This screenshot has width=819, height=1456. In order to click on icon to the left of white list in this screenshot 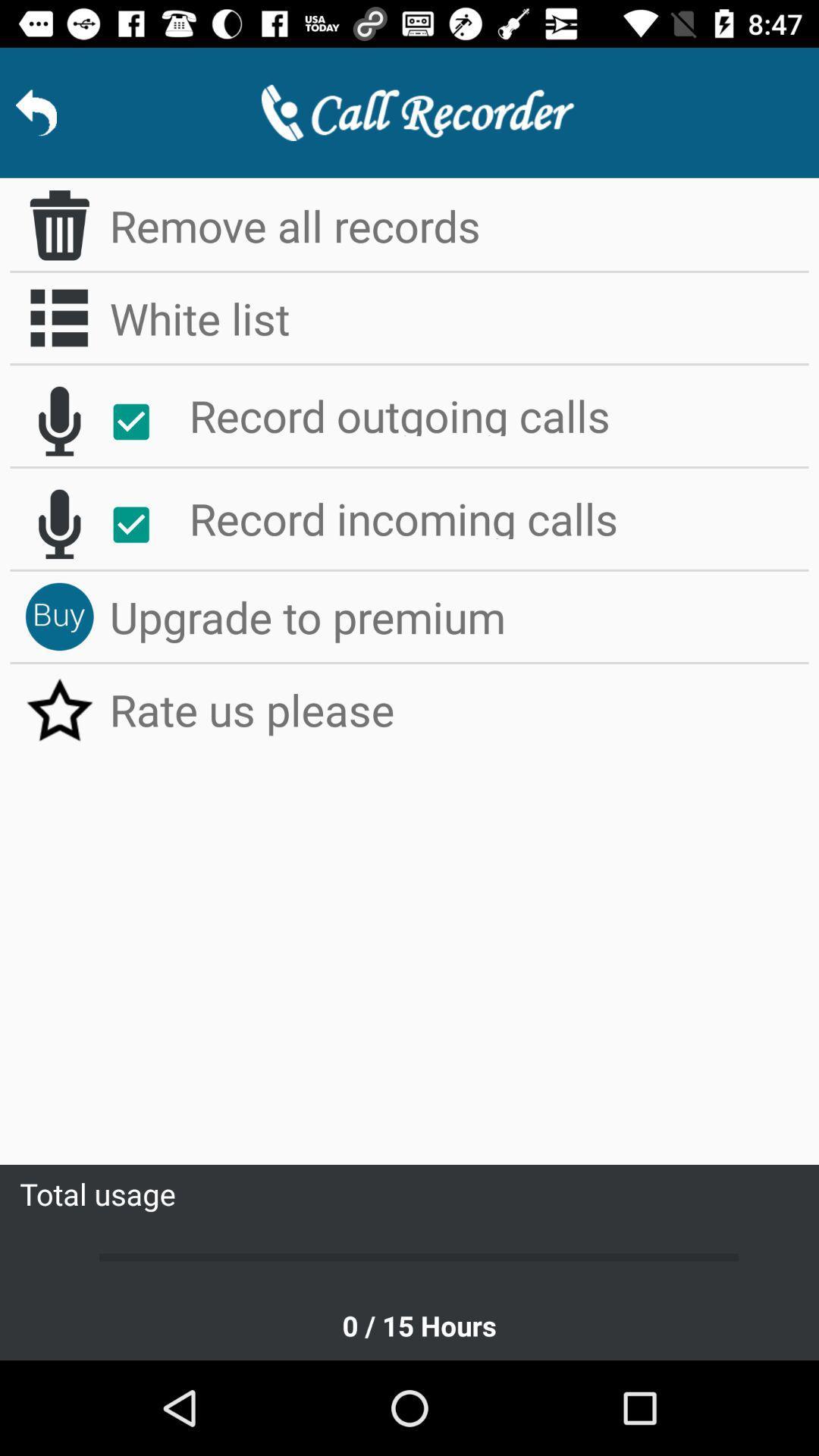, I will do `click(58, 317)`.